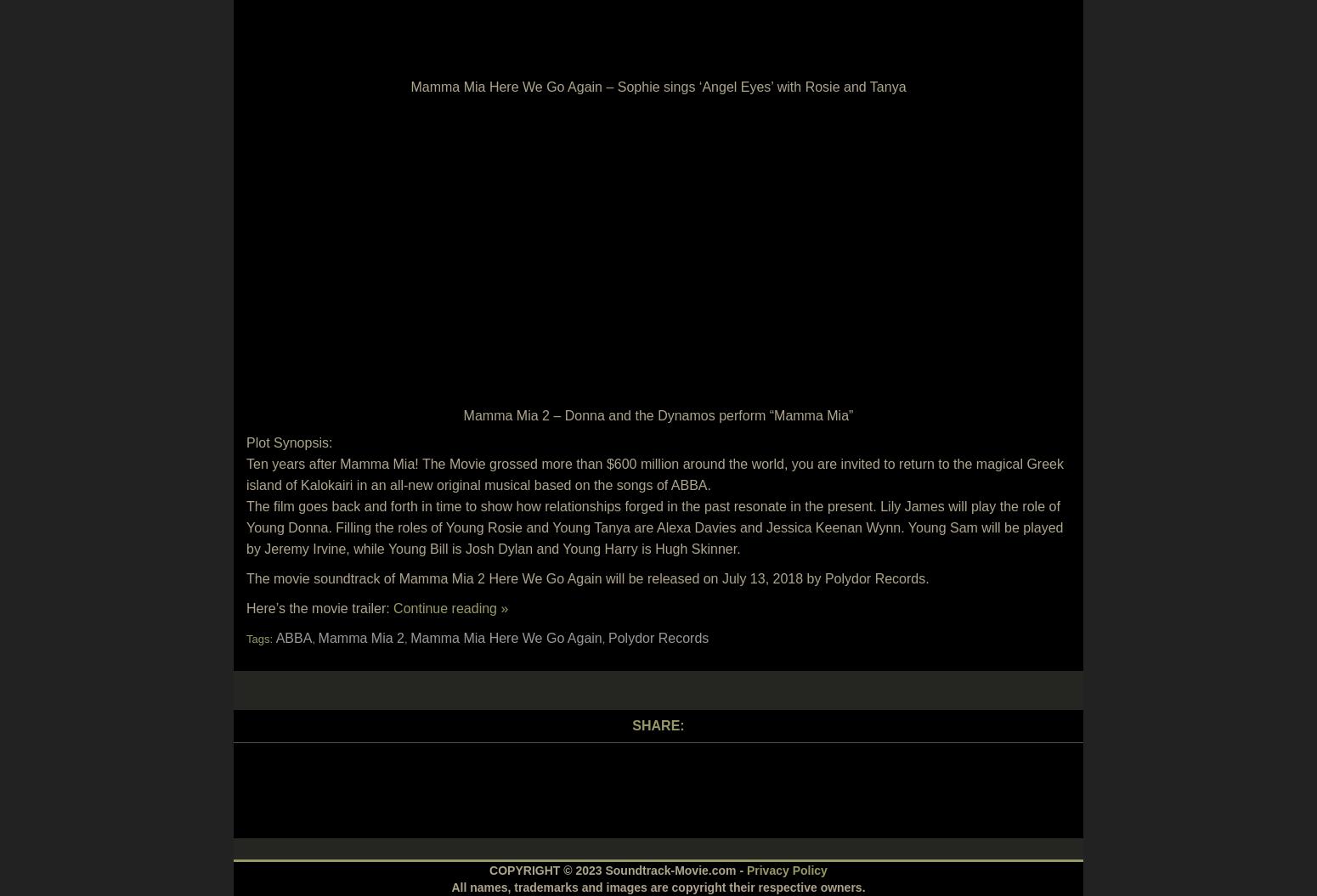 This screenshot has width=1317, height=896. What do you see at coordinates (288, 442) in the screenshot?
I see `'Plot Synopsis:'` at bounding box center [288, 442].